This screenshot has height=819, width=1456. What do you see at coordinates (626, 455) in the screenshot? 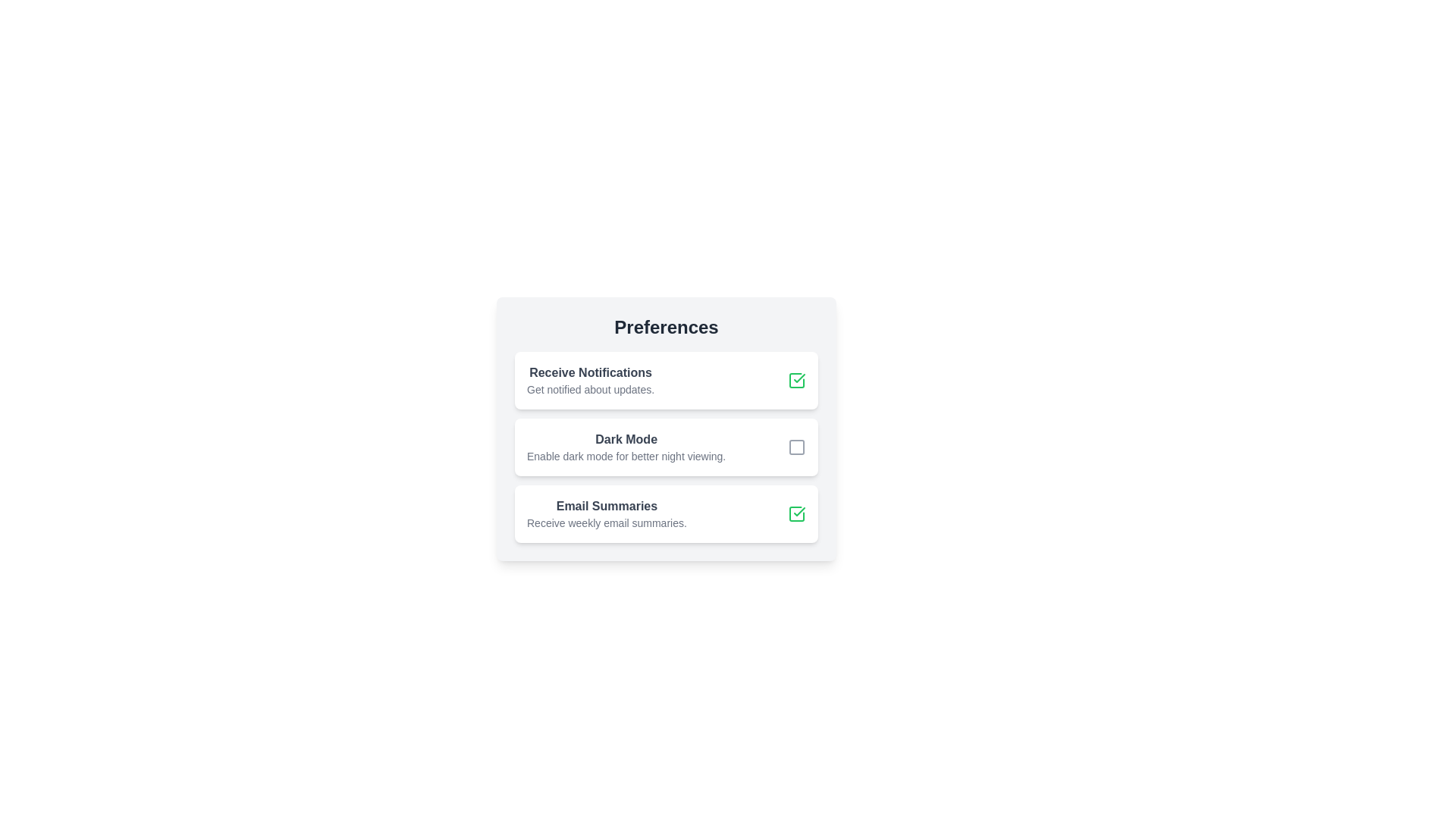
I see `the static text that reads 'Enable dark mode for better night viewing.' located beneath the 'Dark Mode' title in the settings menu` at bounding box center [626, 455].